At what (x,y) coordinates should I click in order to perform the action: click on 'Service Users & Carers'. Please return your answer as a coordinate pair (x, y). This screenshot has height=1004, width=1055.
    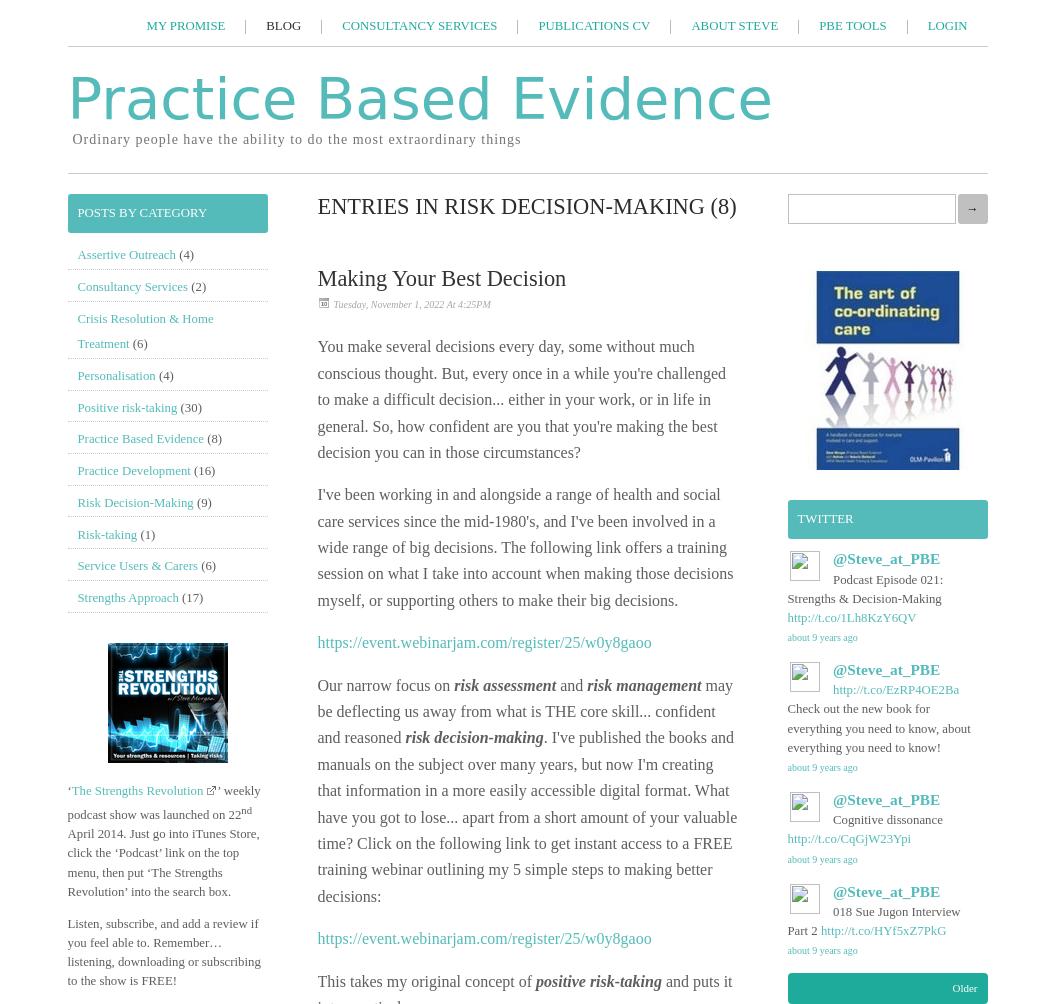
    Looking at the image, I should click on (137, 565).